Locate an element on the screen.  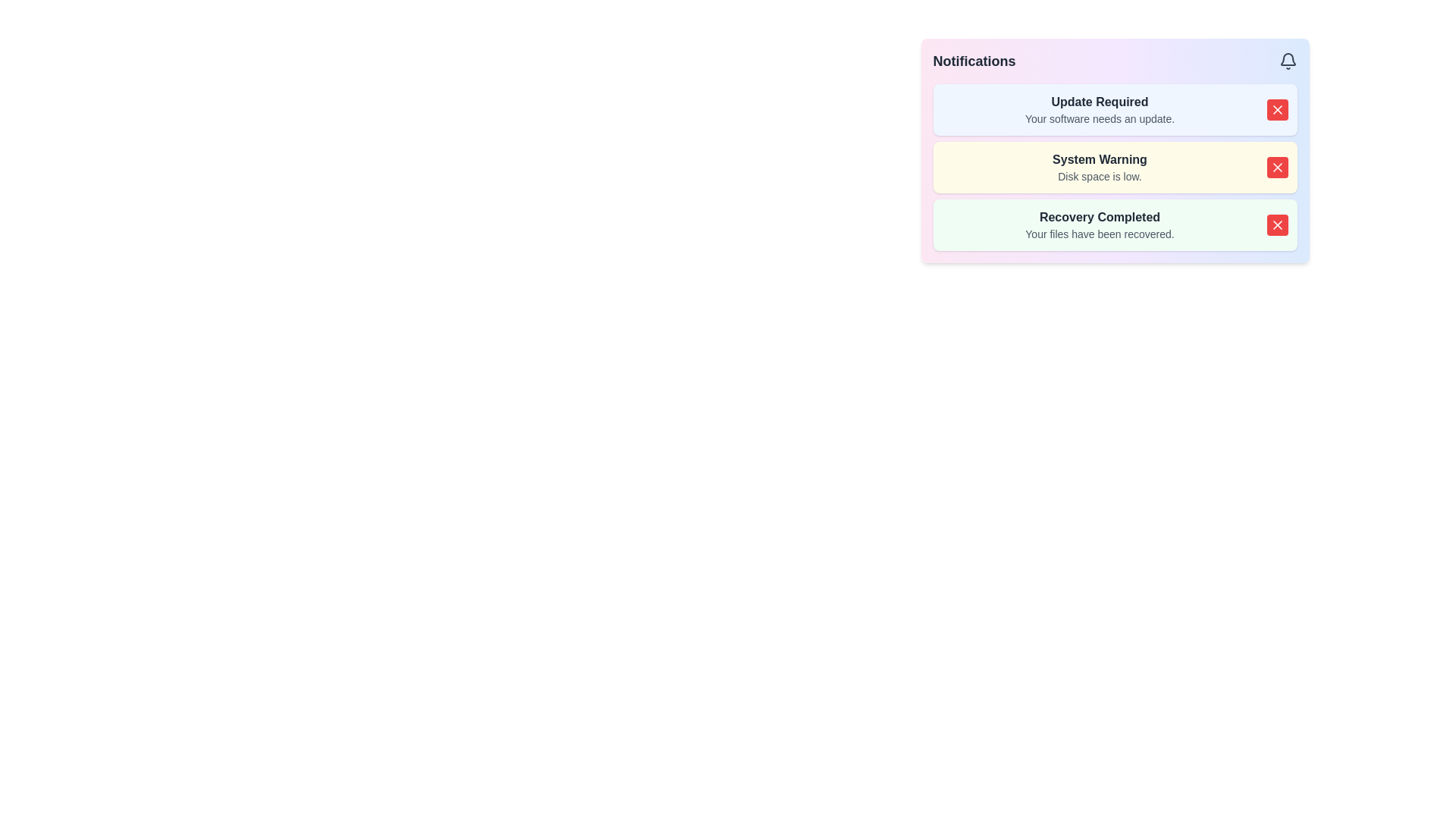
the confirmation message text label indicating successful file recovery, located within the 'Recovery Completed' notification box is located at coordinates (1100, 234).